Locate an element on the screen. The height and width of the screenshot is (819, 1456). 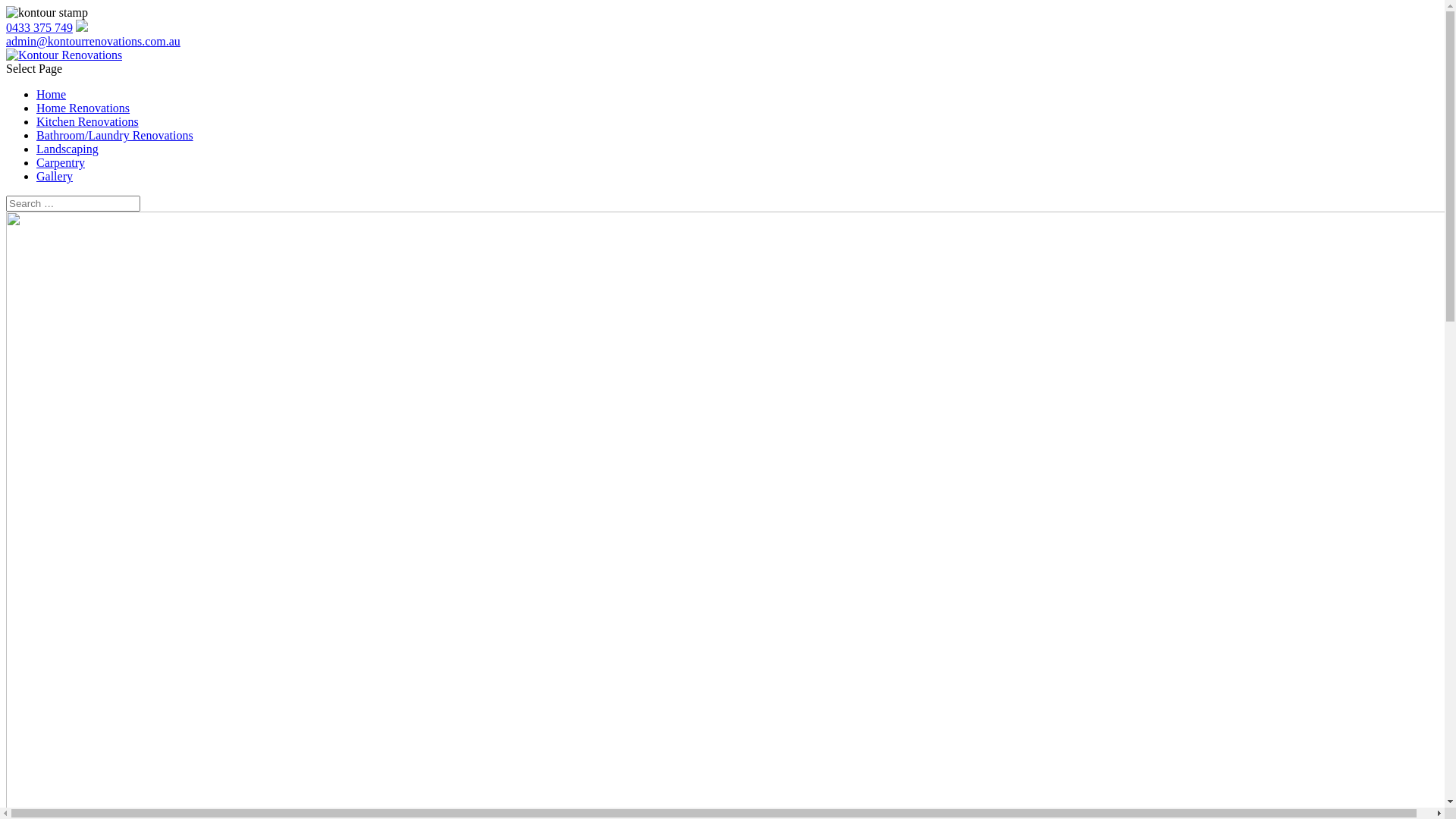
'Carpentry' is located at coordinates (61, 162).